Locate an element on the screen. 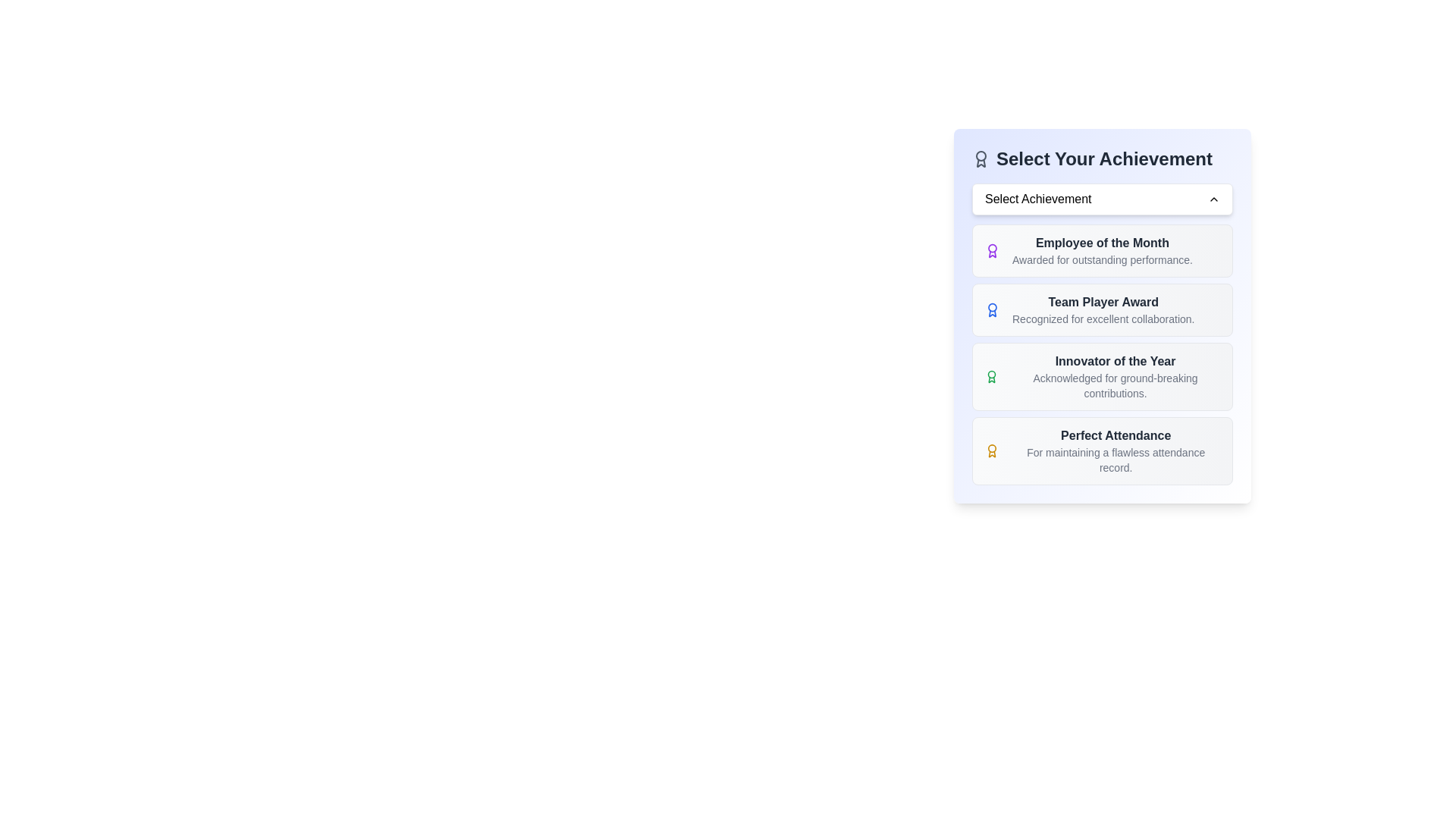  the decorative ribbon or badge icon located within the award icon graphic near the 'Select Your Achievement' title is located at coordinates (981, 163).